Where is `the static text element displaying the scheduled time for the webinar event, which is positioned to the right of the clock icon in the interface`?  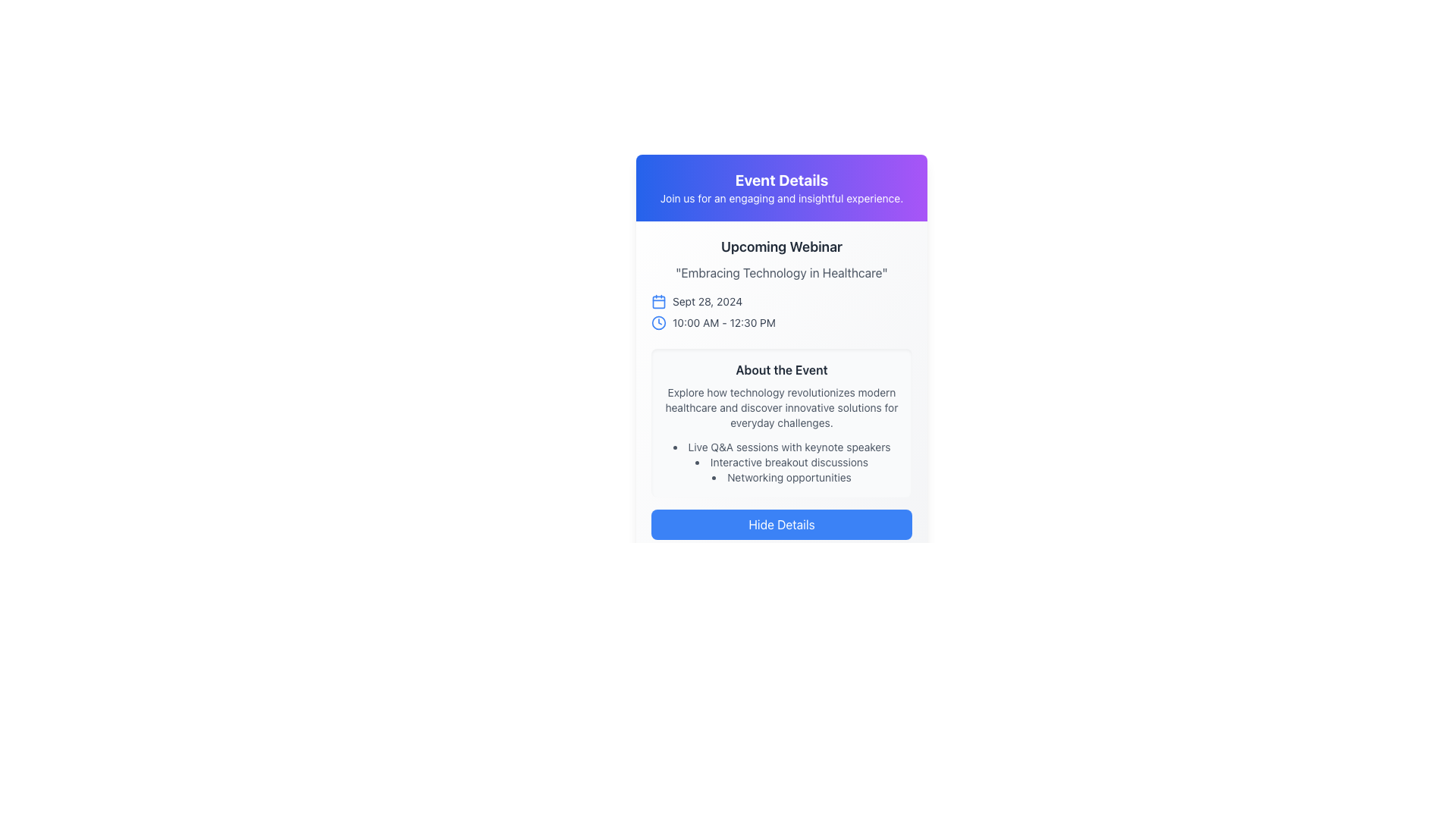 the static text element displaying the scheduled time for the webinar event, which is positioned to the right of the clock icon in the interface is located at coordinates (723, 322).